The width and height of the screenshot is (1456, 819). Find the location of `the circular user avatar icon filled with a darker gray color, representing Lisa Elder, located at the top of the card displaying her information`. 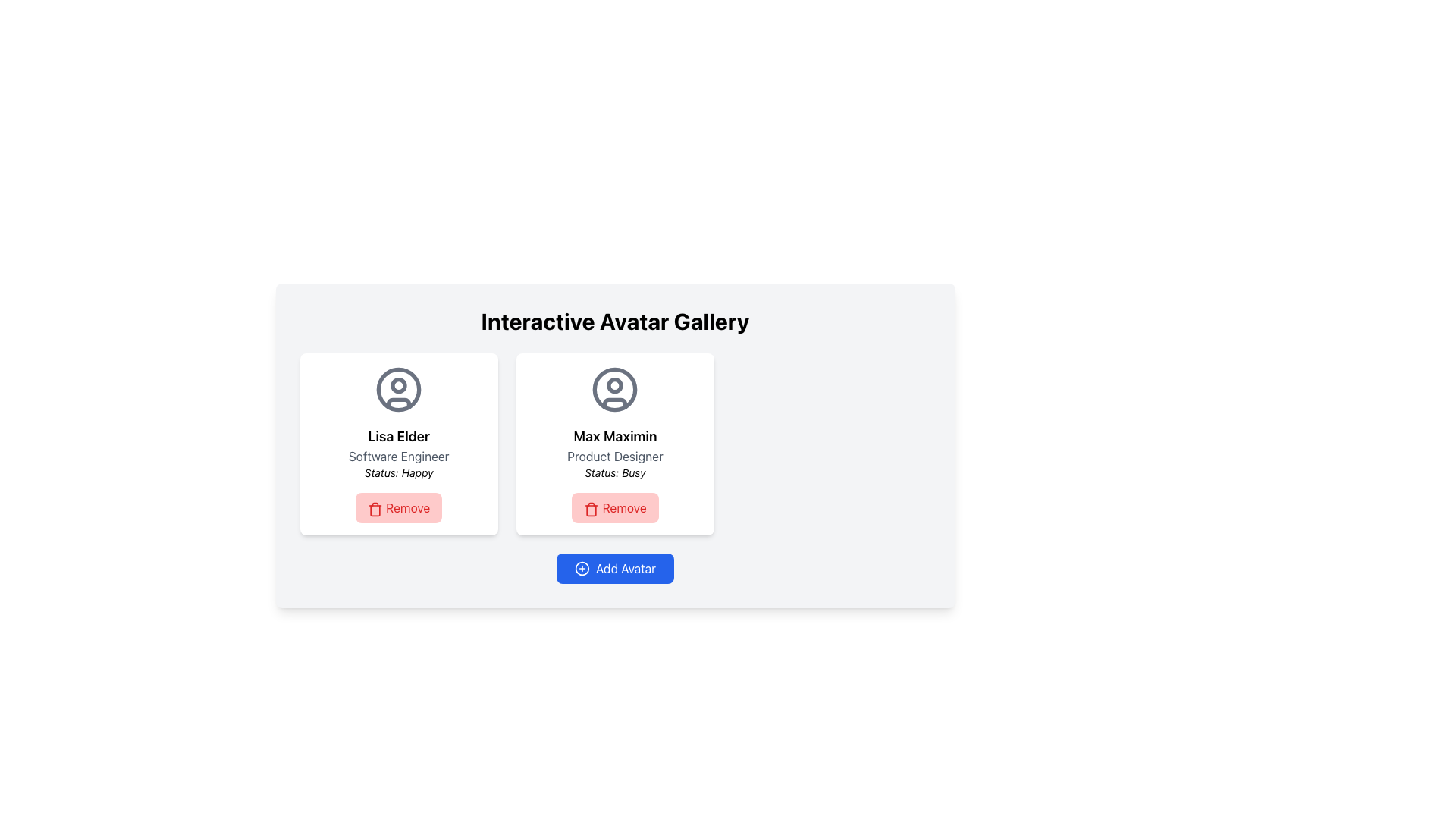

the circular user avatar icon filled with a darker gray color, representing Lisa Elder, located at the top of the card displaying her information is located at coordinates (399, 388).